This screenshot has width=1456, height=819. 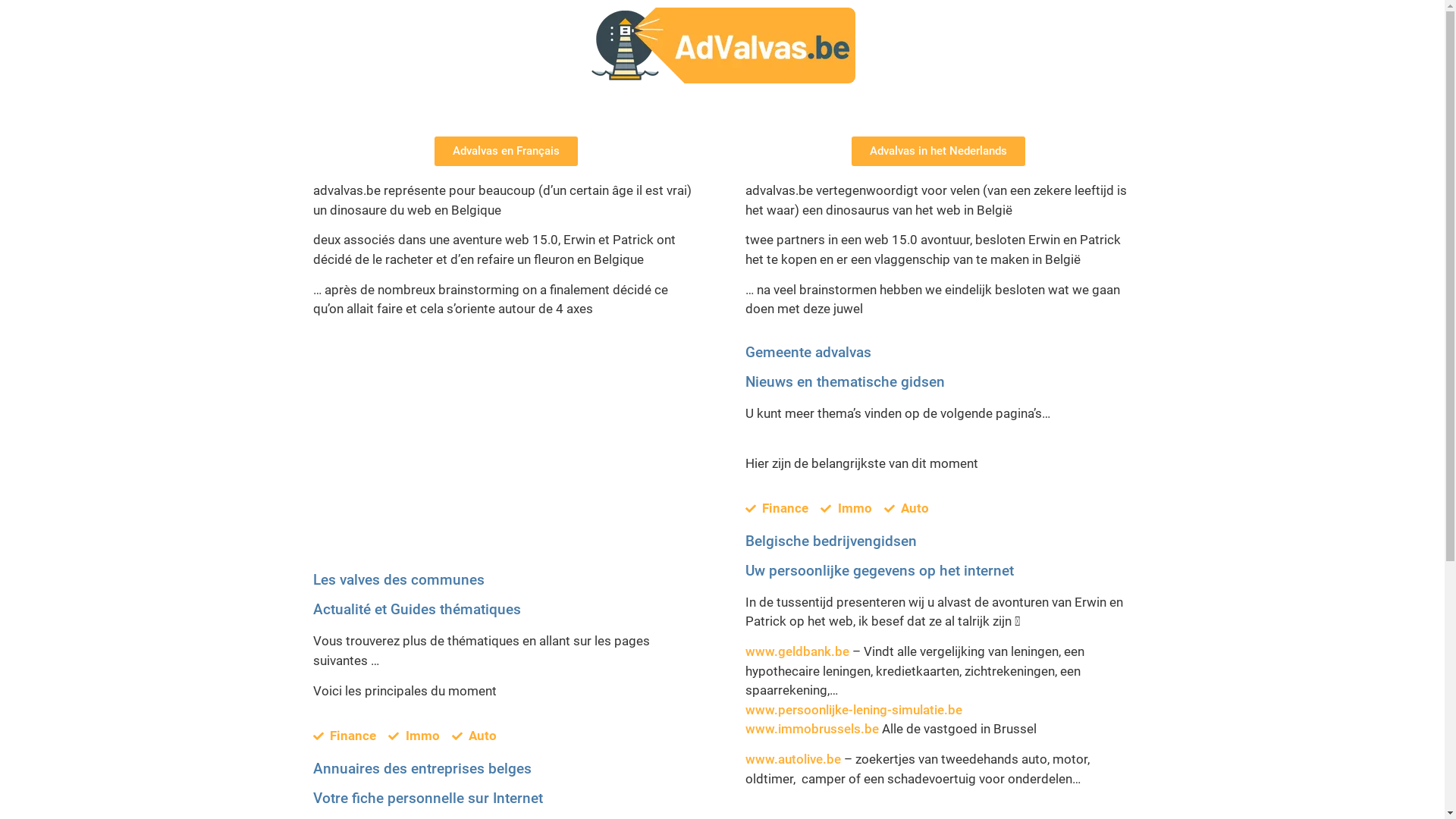 I want to click on 'Immo', so click(x=414, y=736).